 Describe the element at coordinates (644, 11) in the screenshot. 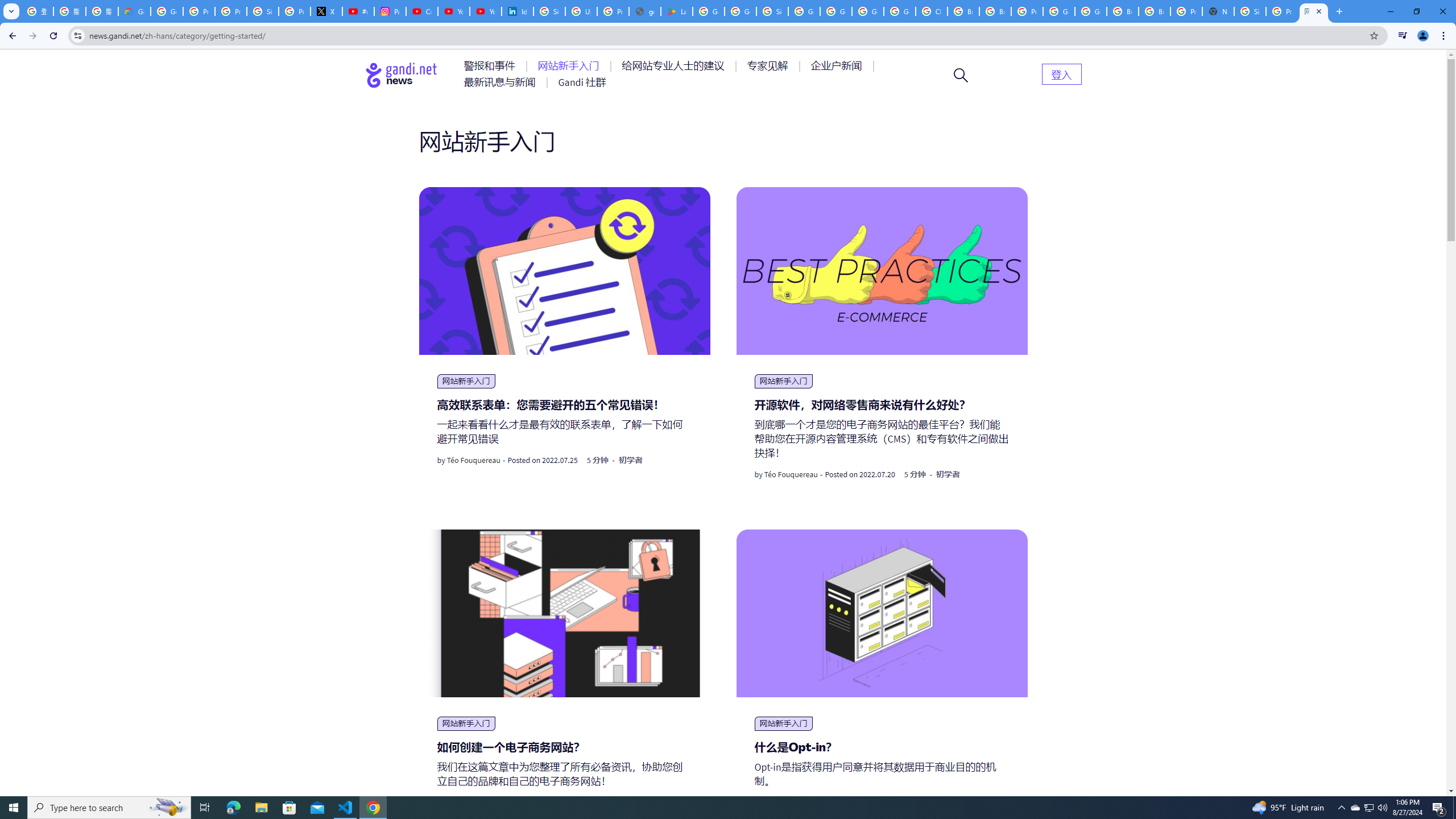

I see `'google_privacy_policy_en.pdf'` at that location.